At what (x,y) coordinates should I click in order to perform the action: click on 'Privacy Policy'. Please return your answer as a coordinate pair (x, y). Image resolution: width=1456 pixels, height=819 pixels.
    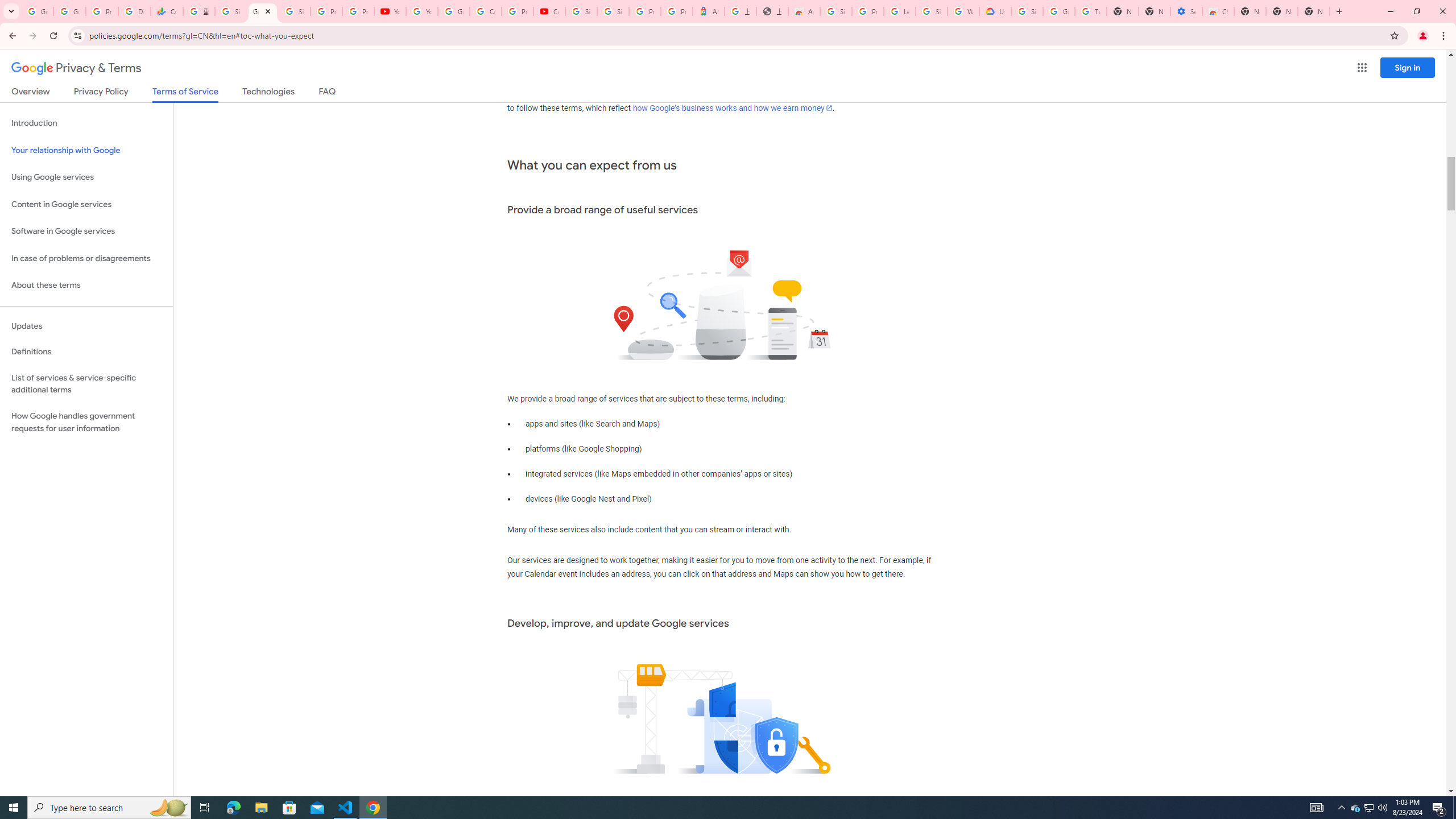
    Looking at the image, I should click on (100, 93).